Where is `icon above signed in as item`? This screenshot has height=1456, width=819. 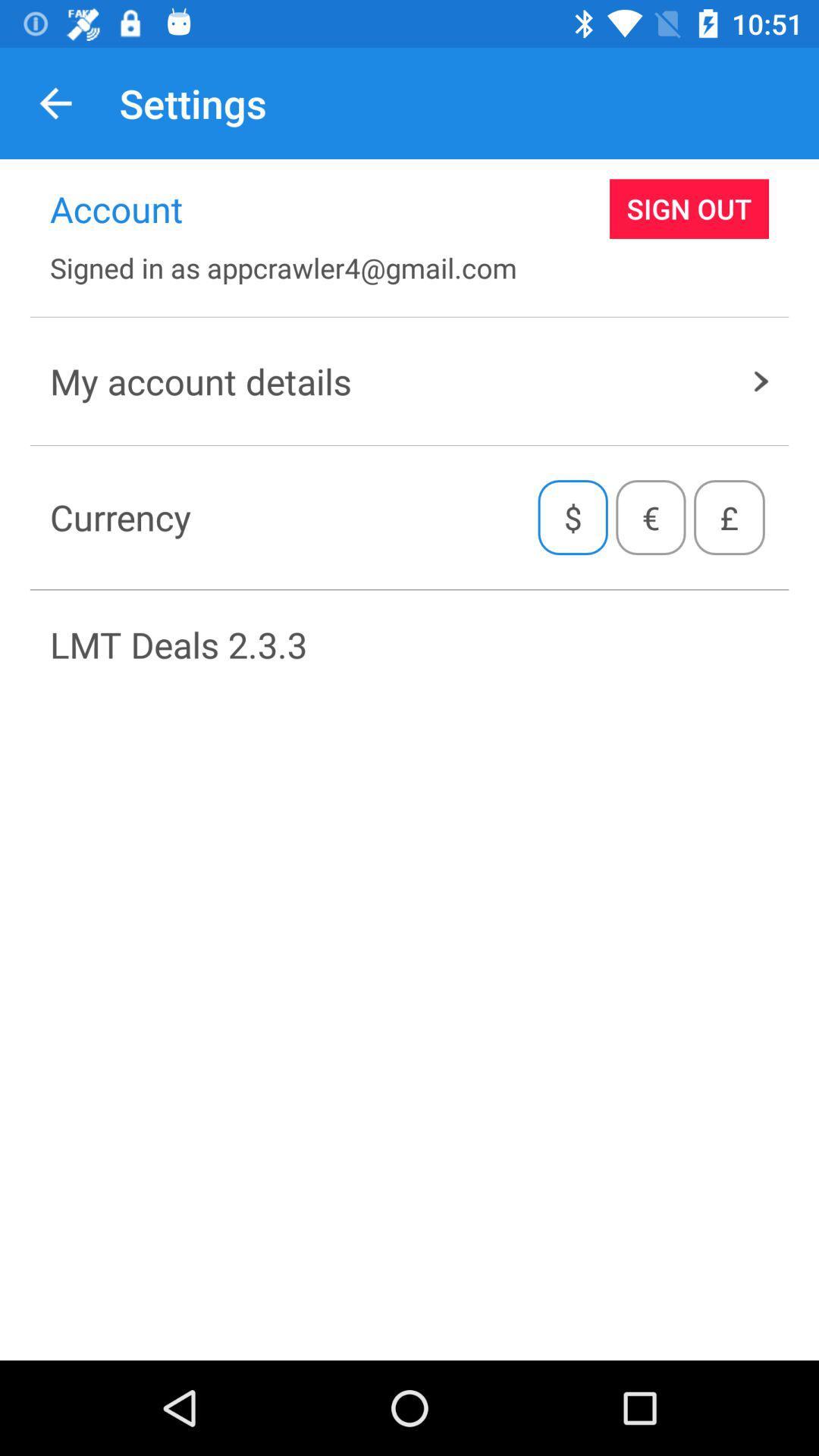 icon above signed in as item is located at coordinates (689, 208).